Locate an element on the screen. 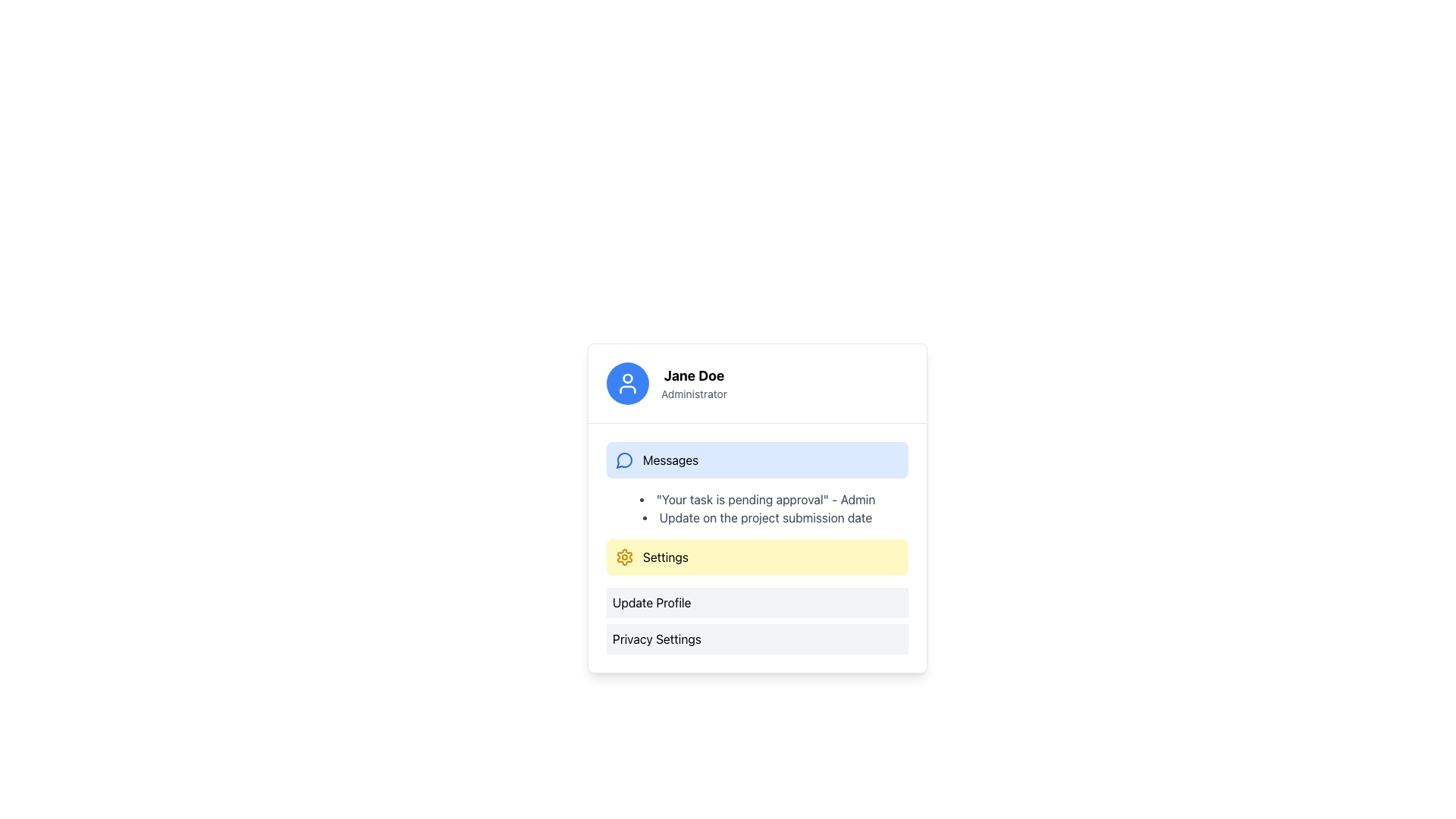 This screenshot has height=819, width=1456. the cogwheel icon representing adjustable settings located to the left of the 'Settings' label in the vertical menu is located at coordinates (625, 557).